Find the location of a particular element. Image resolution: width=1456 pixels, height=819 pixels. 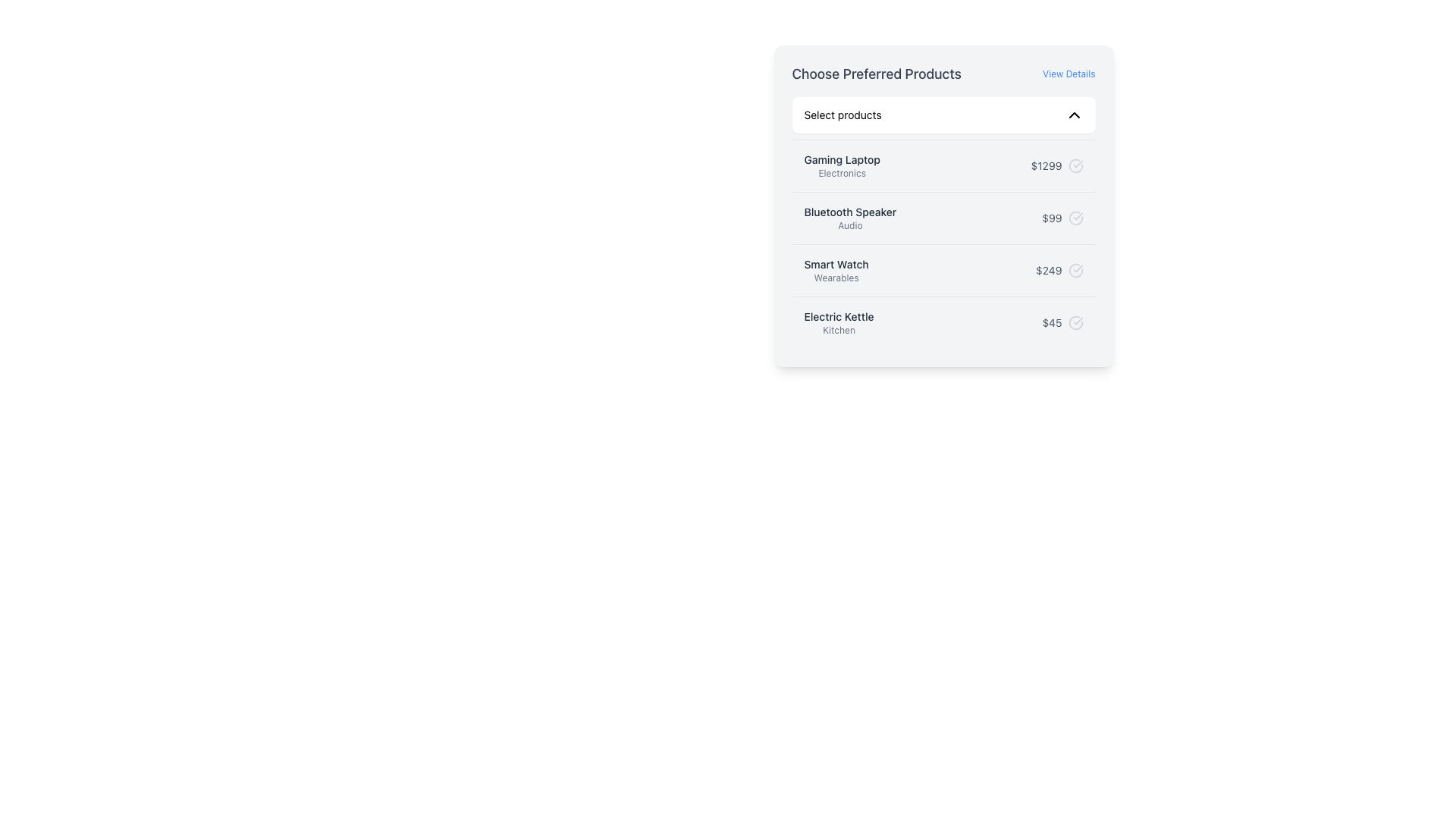

the third item in a vertical list within a bordered card is located at coordinates (943, 269).